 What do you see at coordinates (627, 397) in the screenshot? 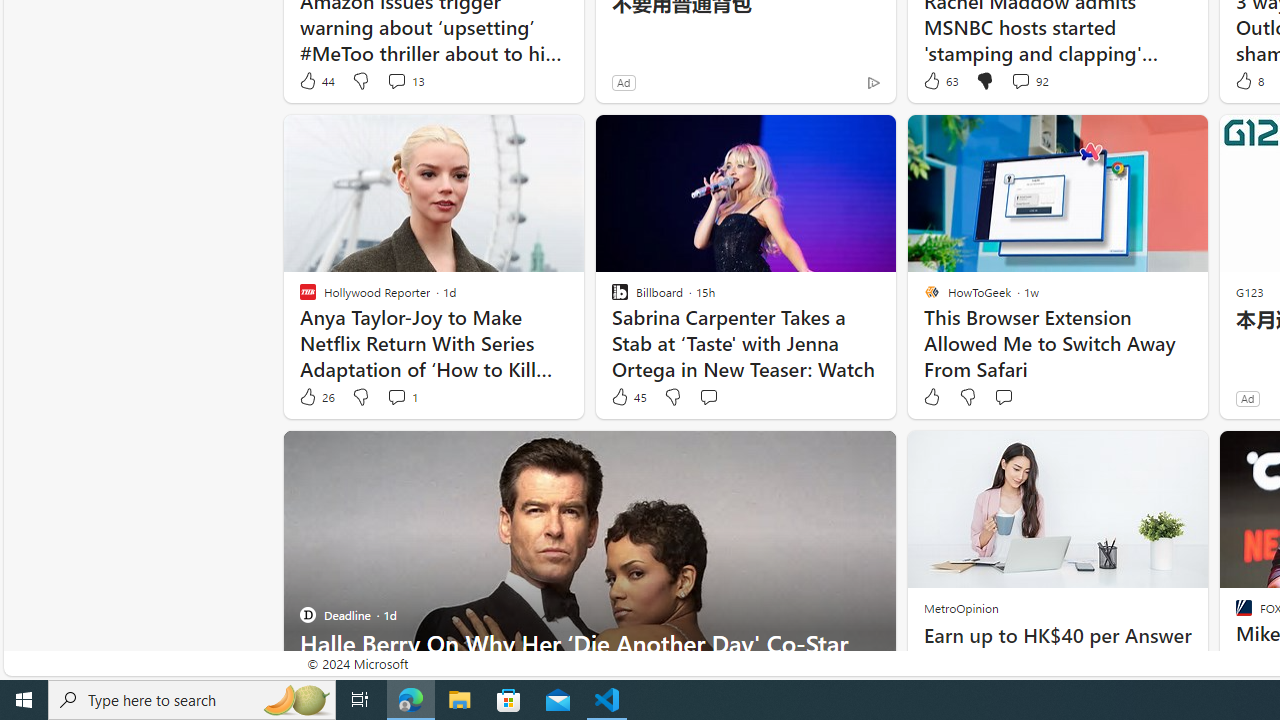
I see `'45 Like'` at bounding box center [627, 397].